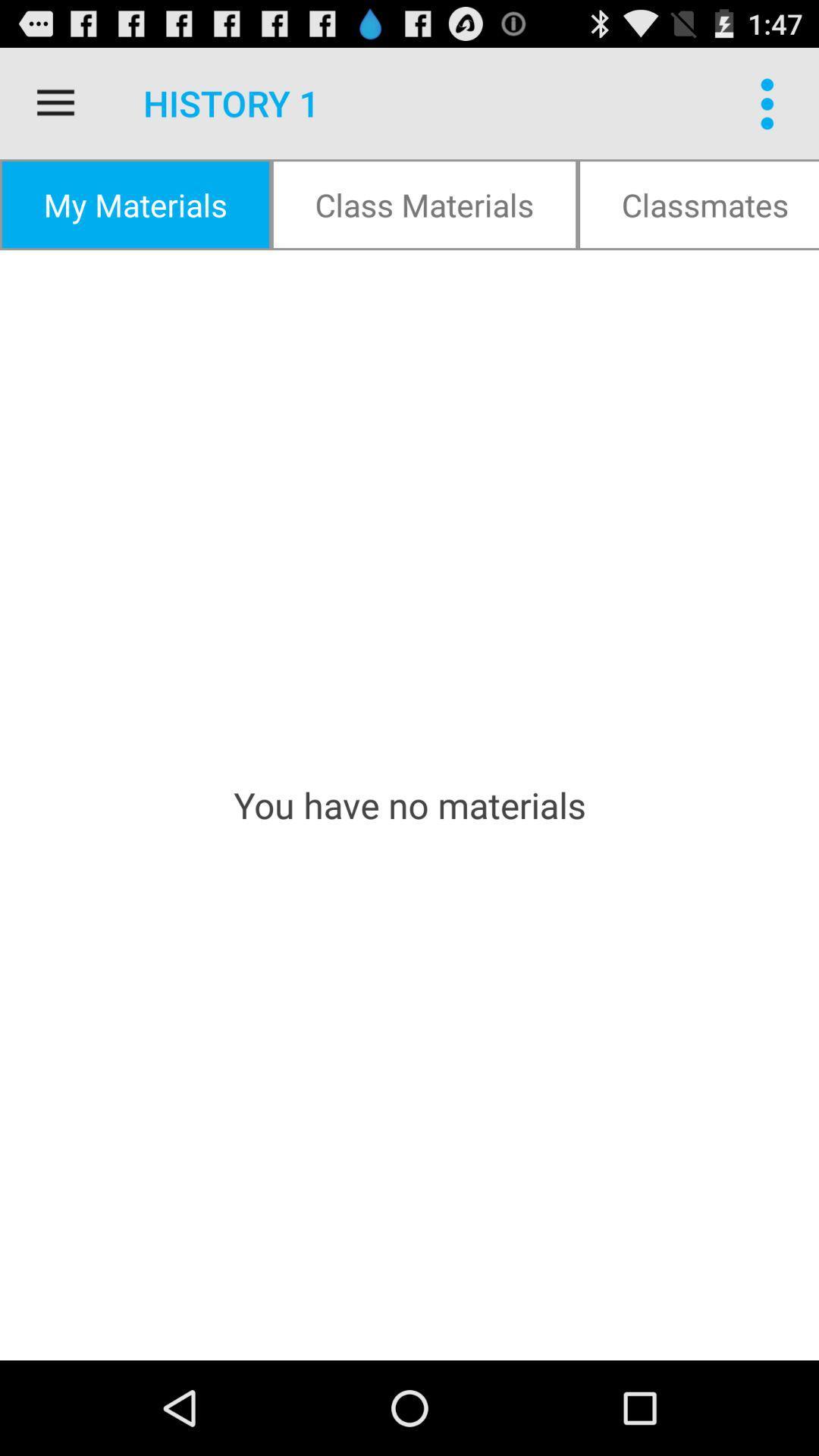 The width and height of the screenshot is (819, 1456). What do you see at coordinates (698, 203) in the screenshot?
I see `the item above the you have no` at bounding box center [698, 203].